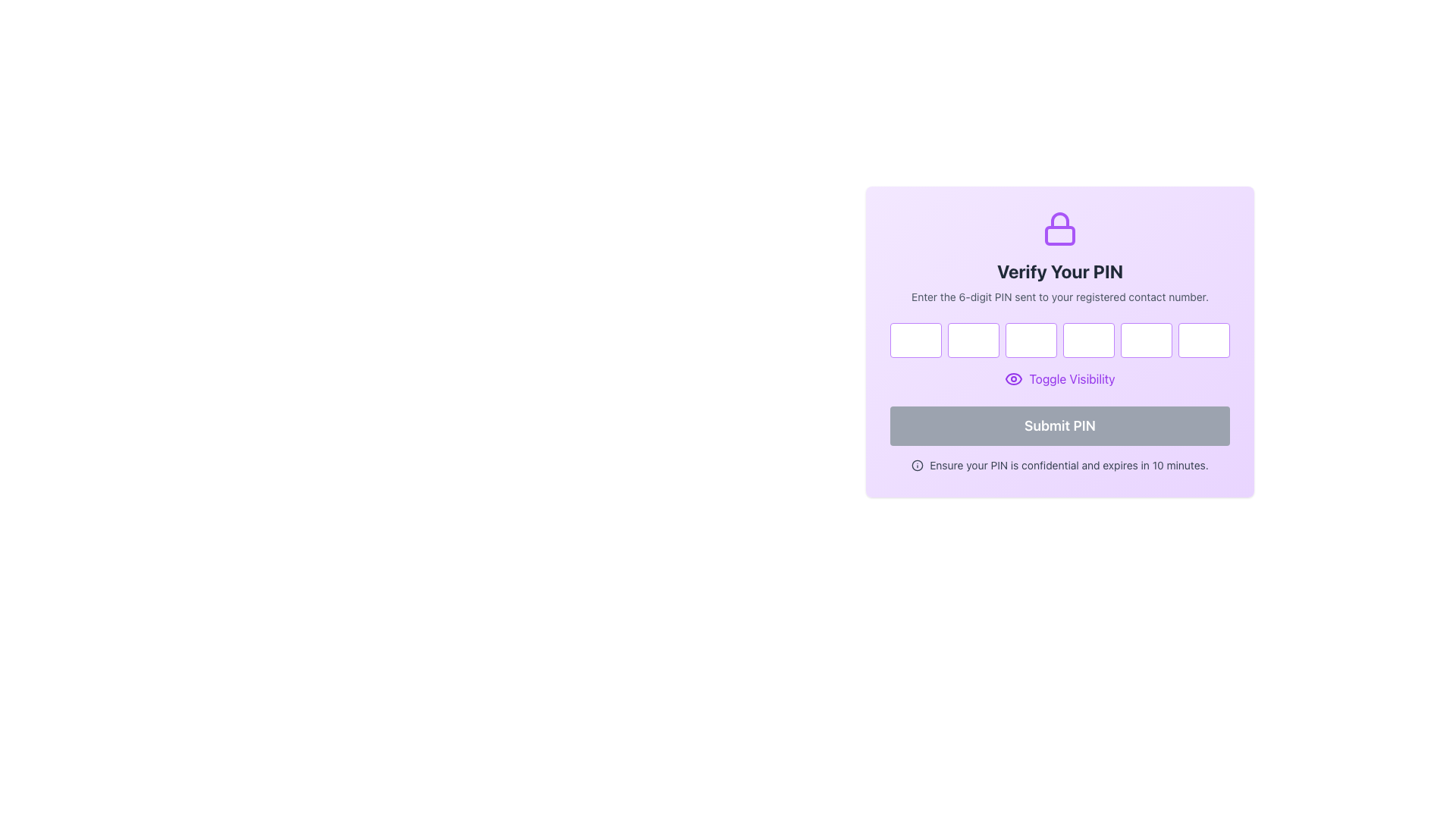 Image resolution: width=1456 pixels, height=819 pixels. I want to click on the outer elliptical stroke of the eye icon, which is part of the 'Toggle Visibility' functionality, located to the right of the PIN entry boxes and above the 'Submit PIN' button, so click(1014, 378).